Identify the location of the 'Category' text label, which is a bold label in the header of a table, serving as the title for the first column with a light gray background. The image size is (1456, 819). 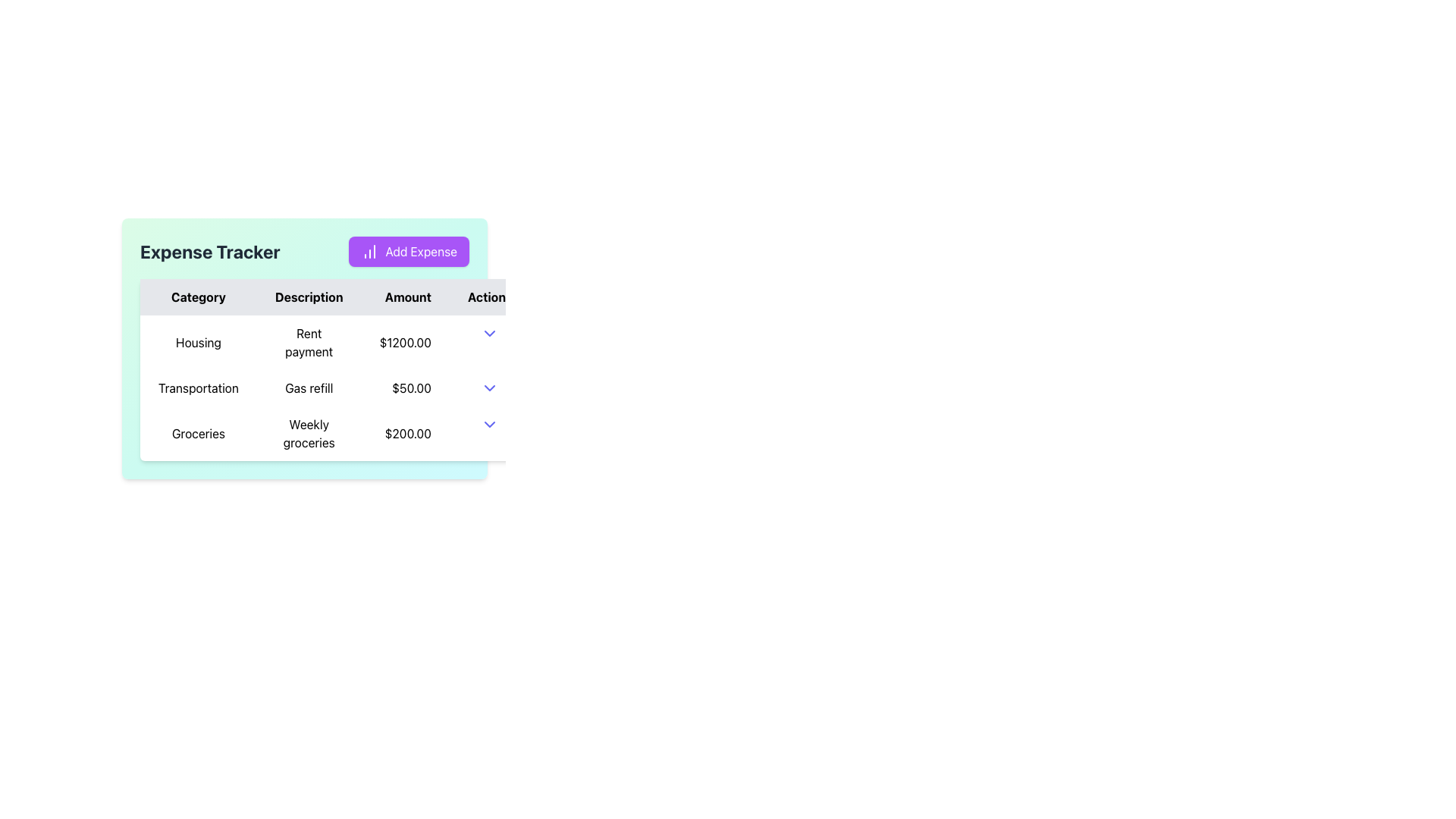
(197, 297).